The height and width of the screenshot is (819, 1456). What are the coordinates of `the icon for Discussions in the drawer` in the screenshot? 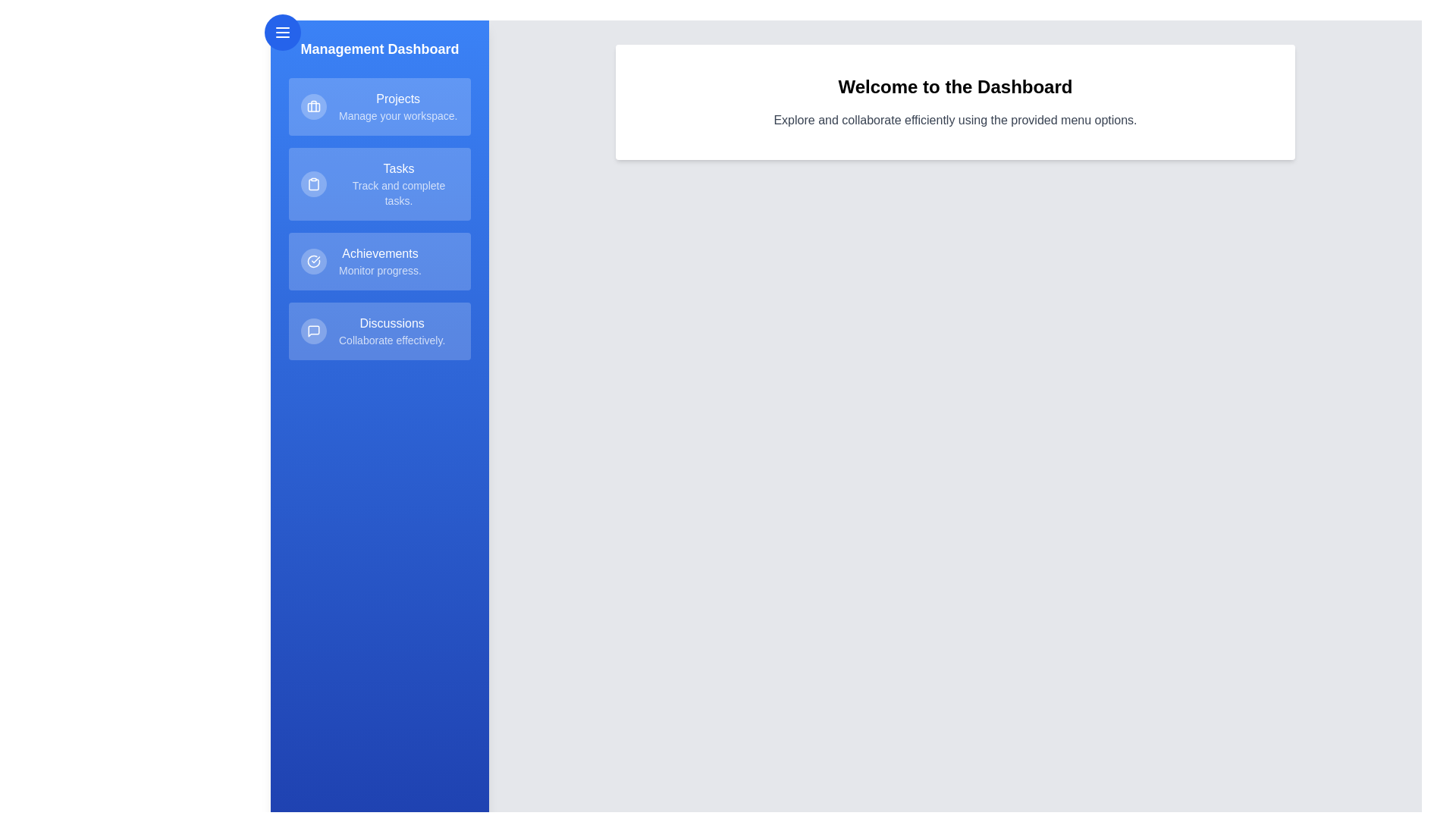 It's located at (312, 330).